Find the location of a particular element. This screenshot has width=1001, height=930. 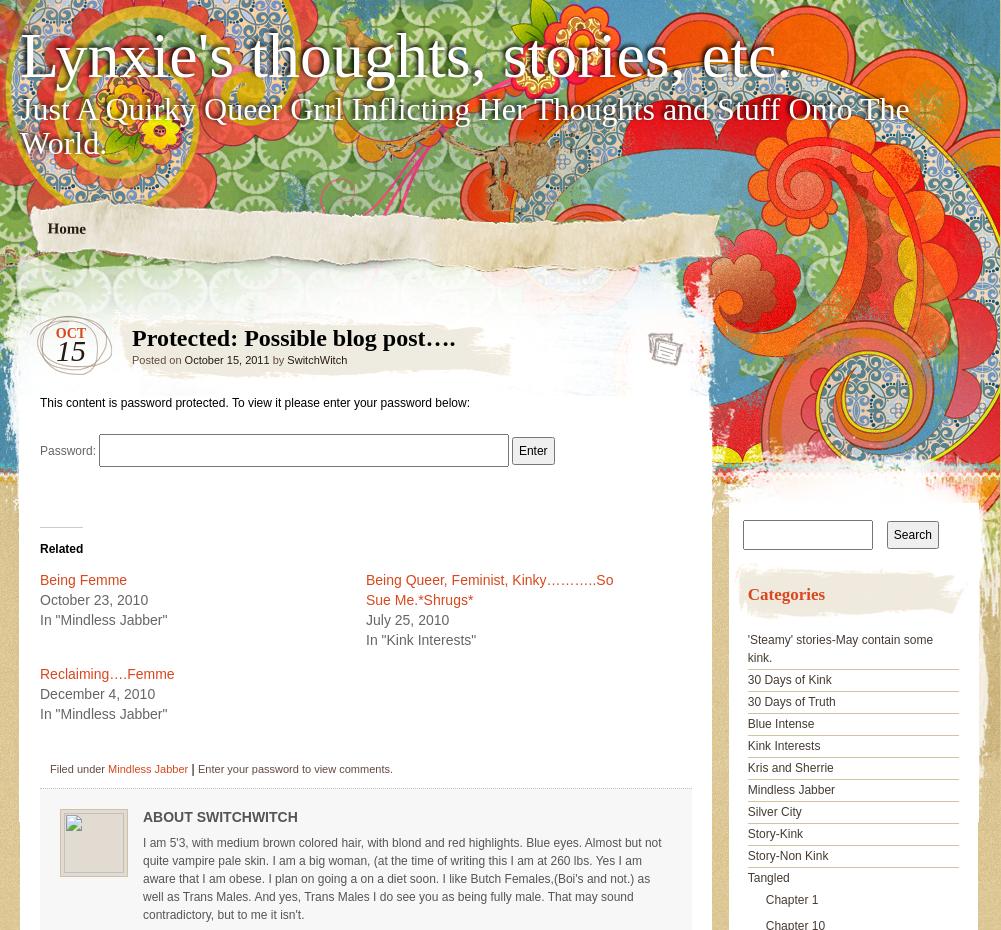

'SwitchWitch' is located at coordinates (317, 359).